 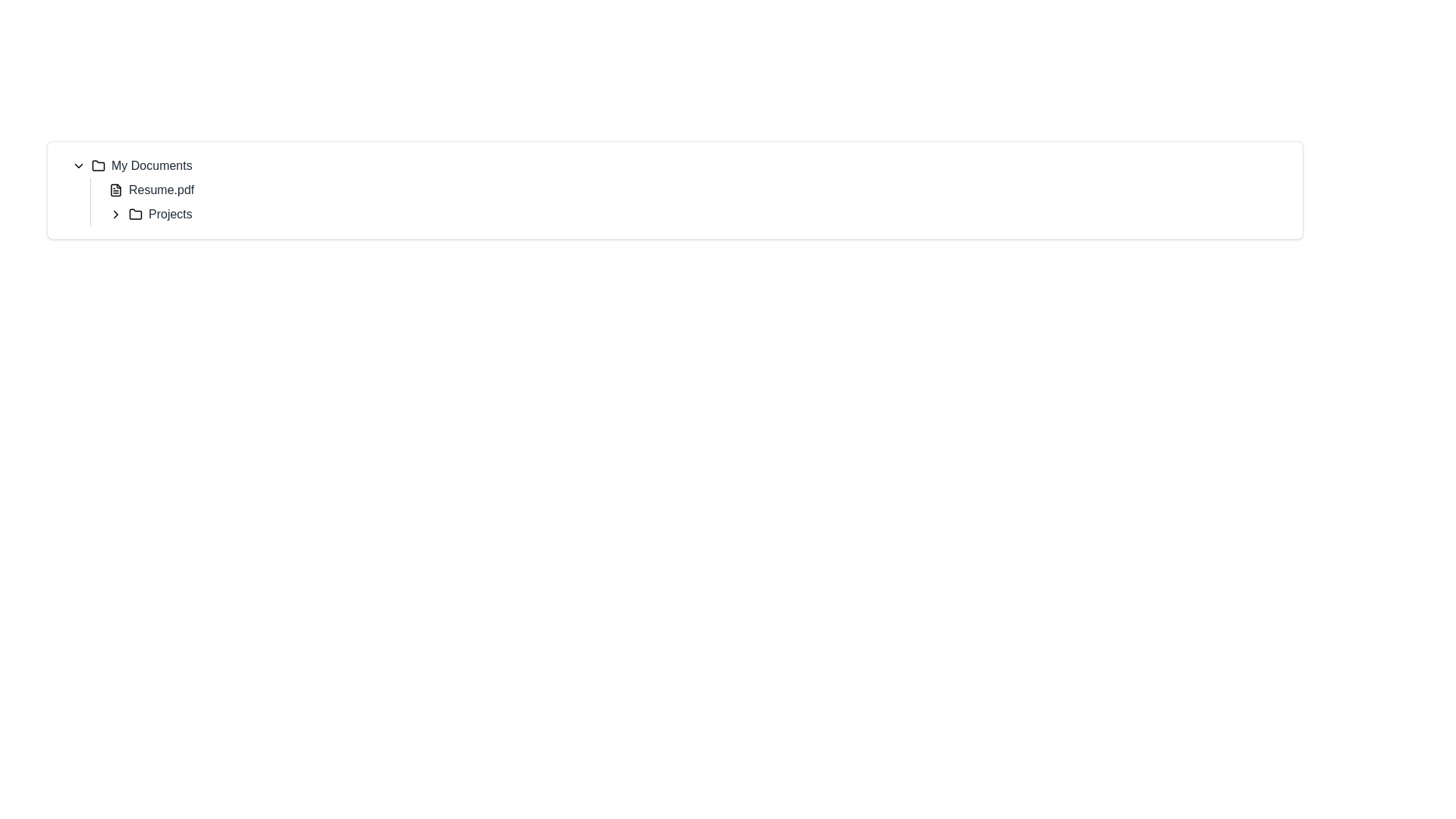 I want to click on the downward pointing chevron icon located before the folder icon and 'My Documents' text, so click(x=78, y=166).